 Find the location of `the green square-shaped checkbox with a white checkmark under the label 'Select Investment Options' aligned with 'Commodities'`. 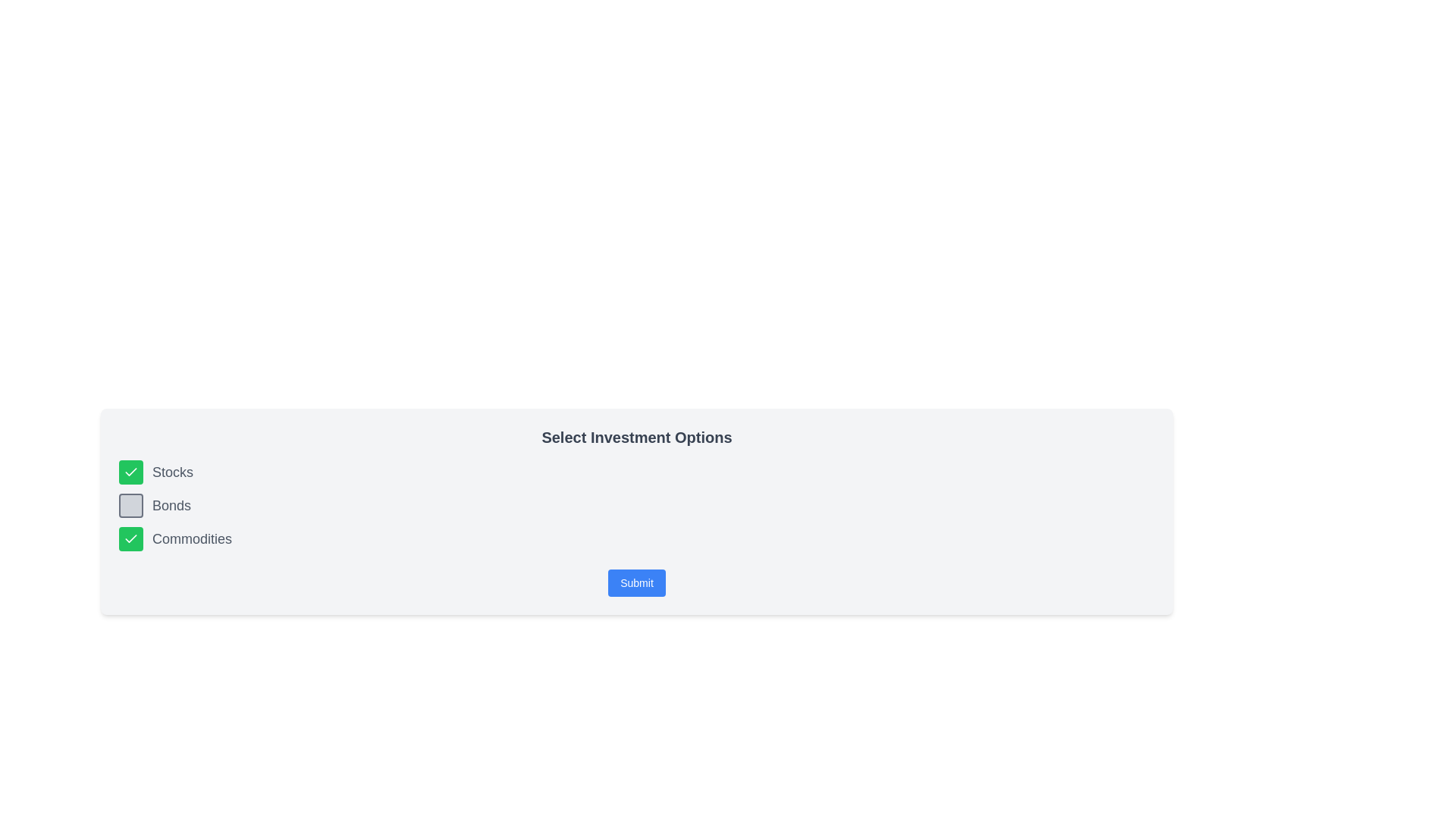

the green square-shaped checkbox with a white checkmark under the label 'Select Investment Options' aligned with 'Commodities' is located at coordinates (130, 538).